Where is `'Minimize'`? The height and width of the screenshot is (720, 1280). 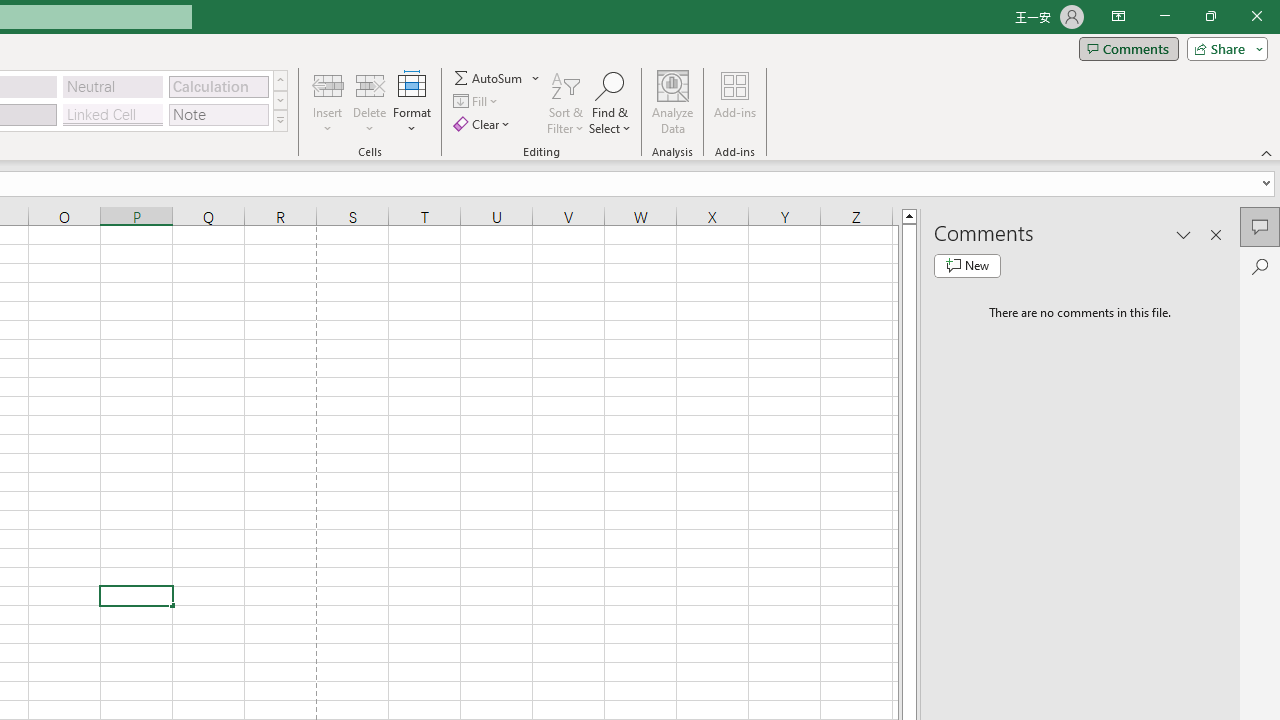 'Minimize' is located at coordinates (1164, 16).